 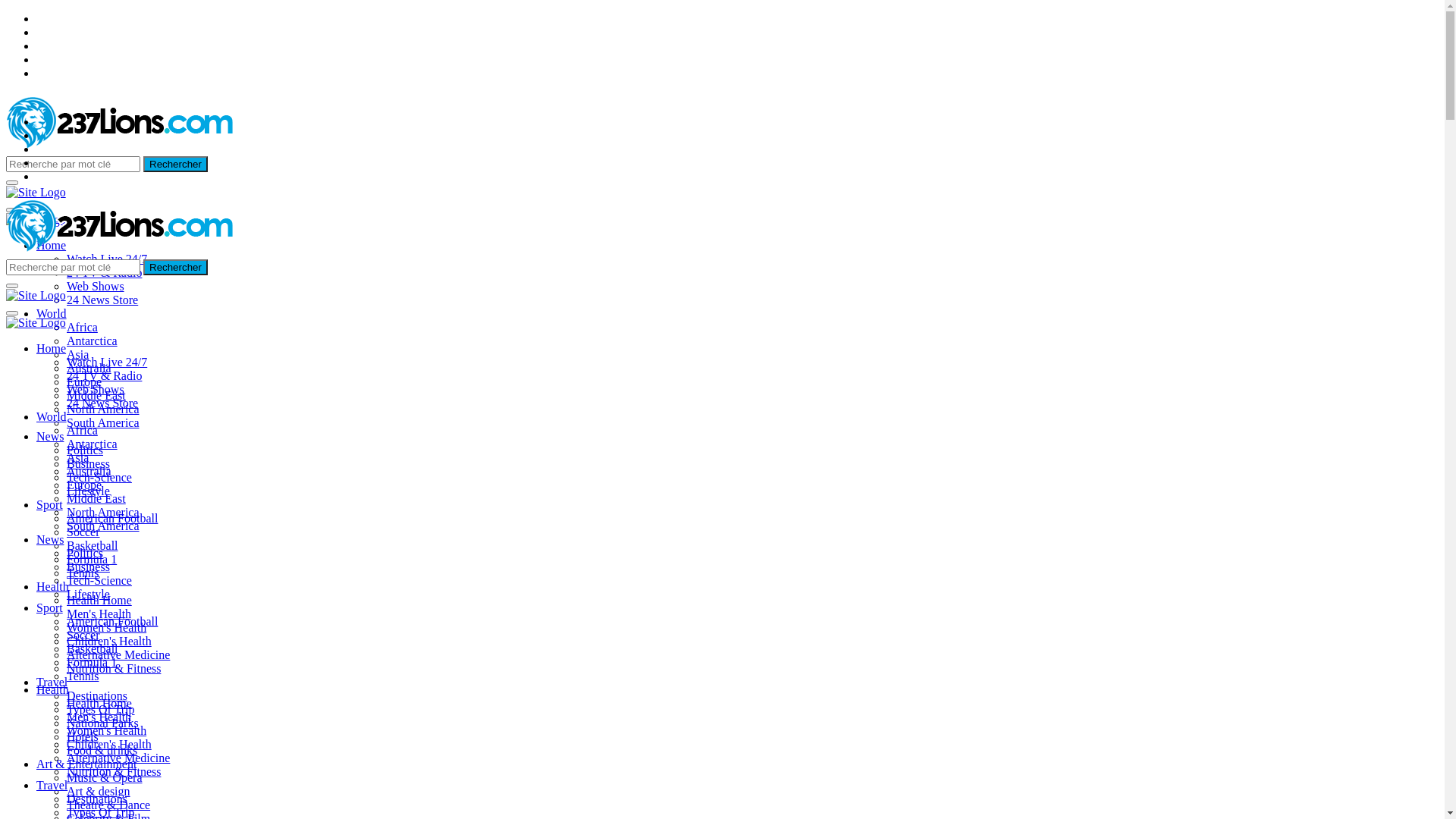 I want to click on 'Nutrition & Fitness', so click(x=112, y=771).